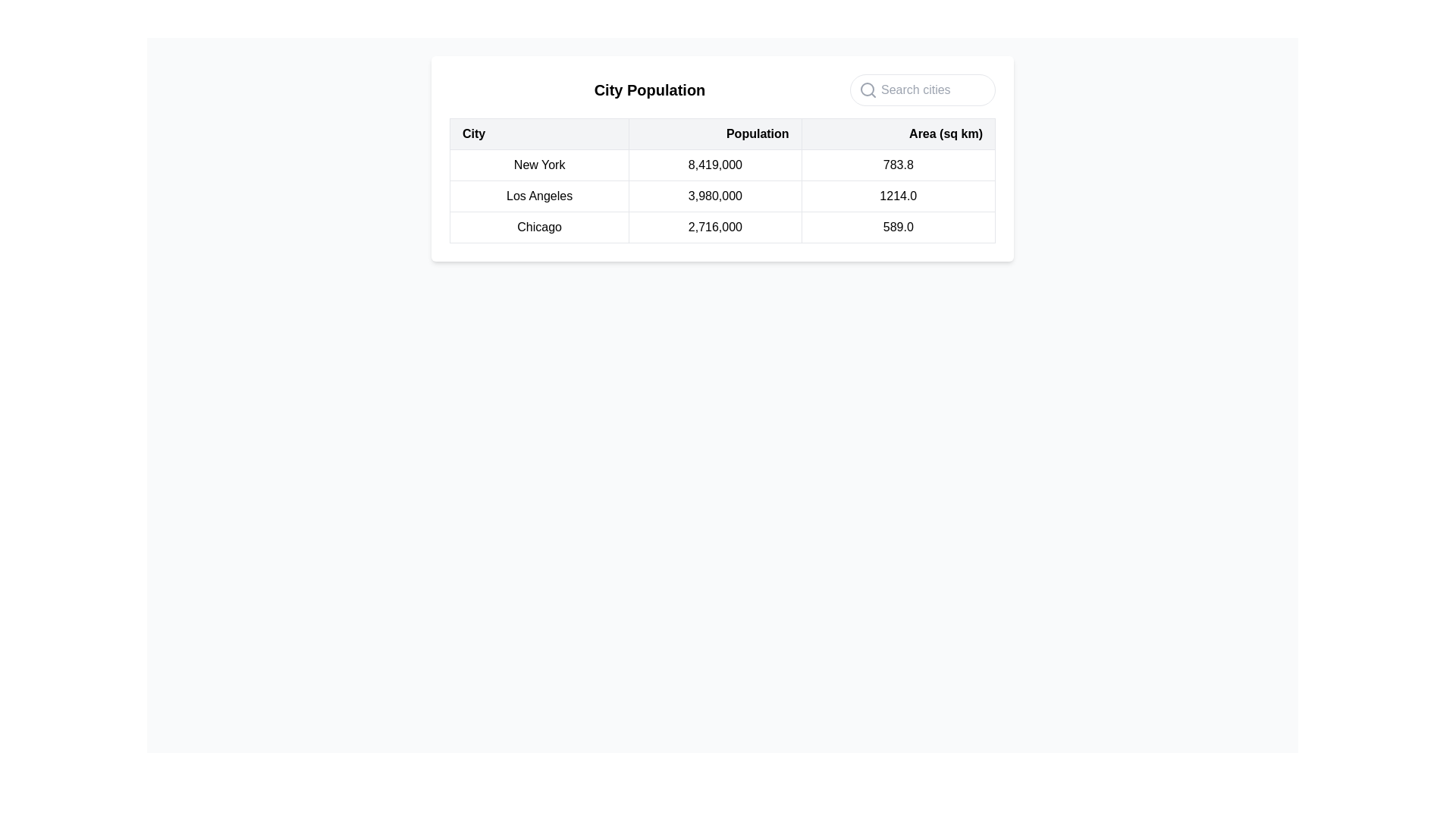 This screenshot has height=819, width=1456. Describe the element at coordinates (722, 158) in the screenshot. I see `the table that provides structured data about city populations and areas, located in the center of the interface below the search bar` at that location.